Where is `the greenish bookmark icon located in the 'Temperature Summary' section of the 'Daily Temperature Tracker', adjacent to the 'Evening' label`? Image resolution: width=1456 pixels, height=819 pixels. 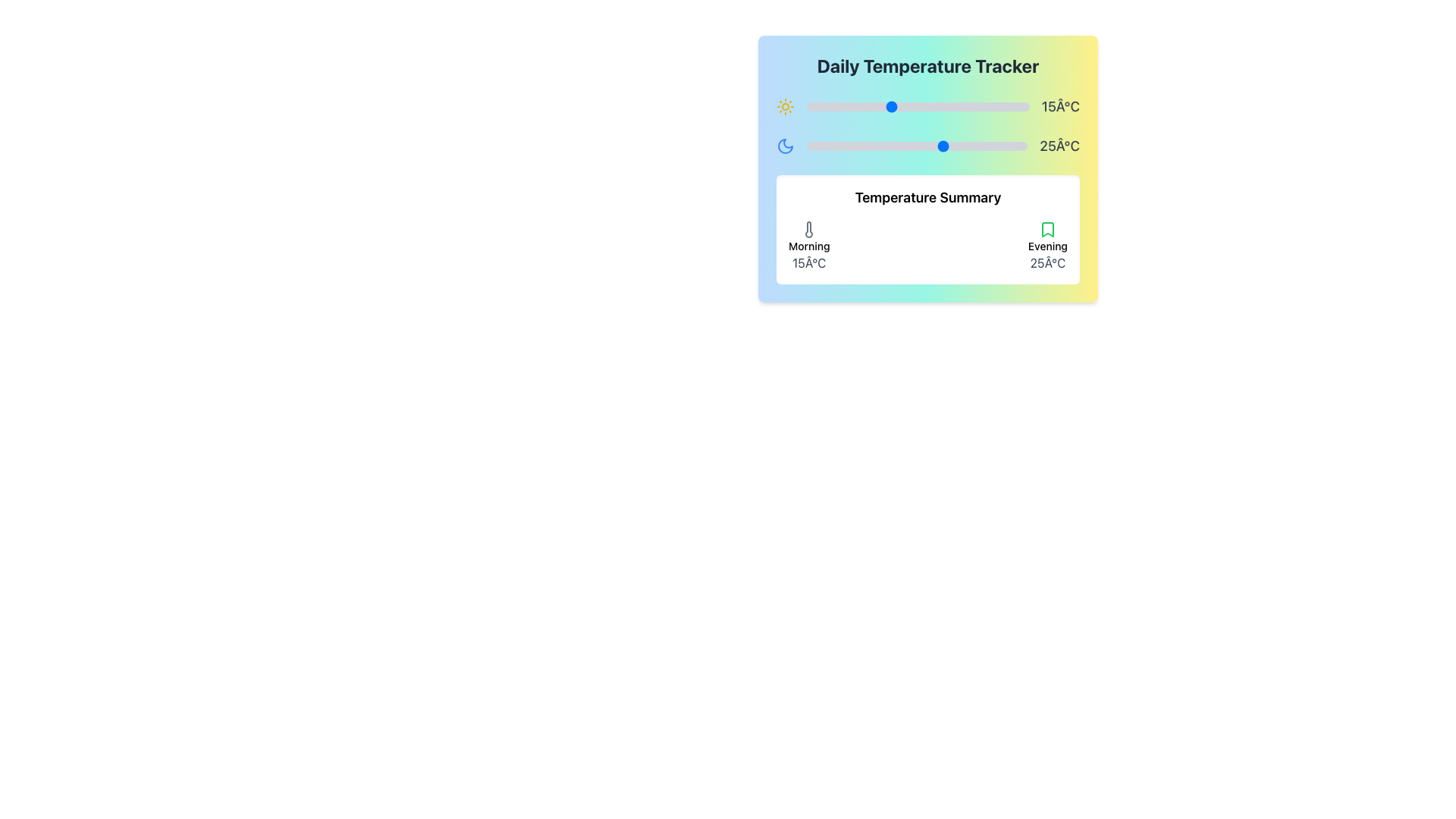 the greenish bookmark icon located in the 'Temperature Summary' section of the 'Daily Temperature Tracker', adjacent to the 'Evening' label is located at coordinates (1047, 230).